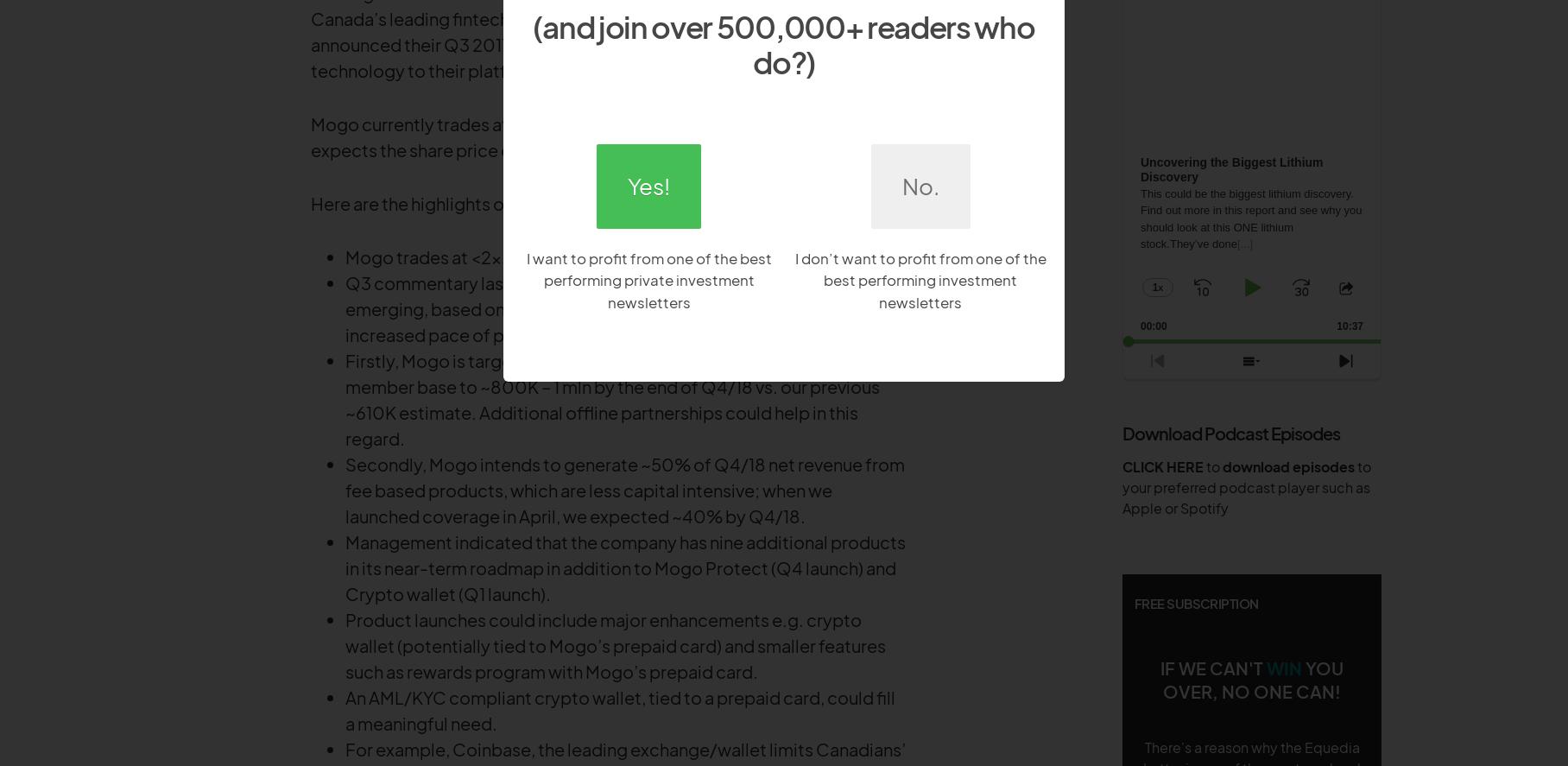  Describe the element at coordinates (1230, 432) in the screenshot. I see `'Download Podcast Episodes'` at that location.